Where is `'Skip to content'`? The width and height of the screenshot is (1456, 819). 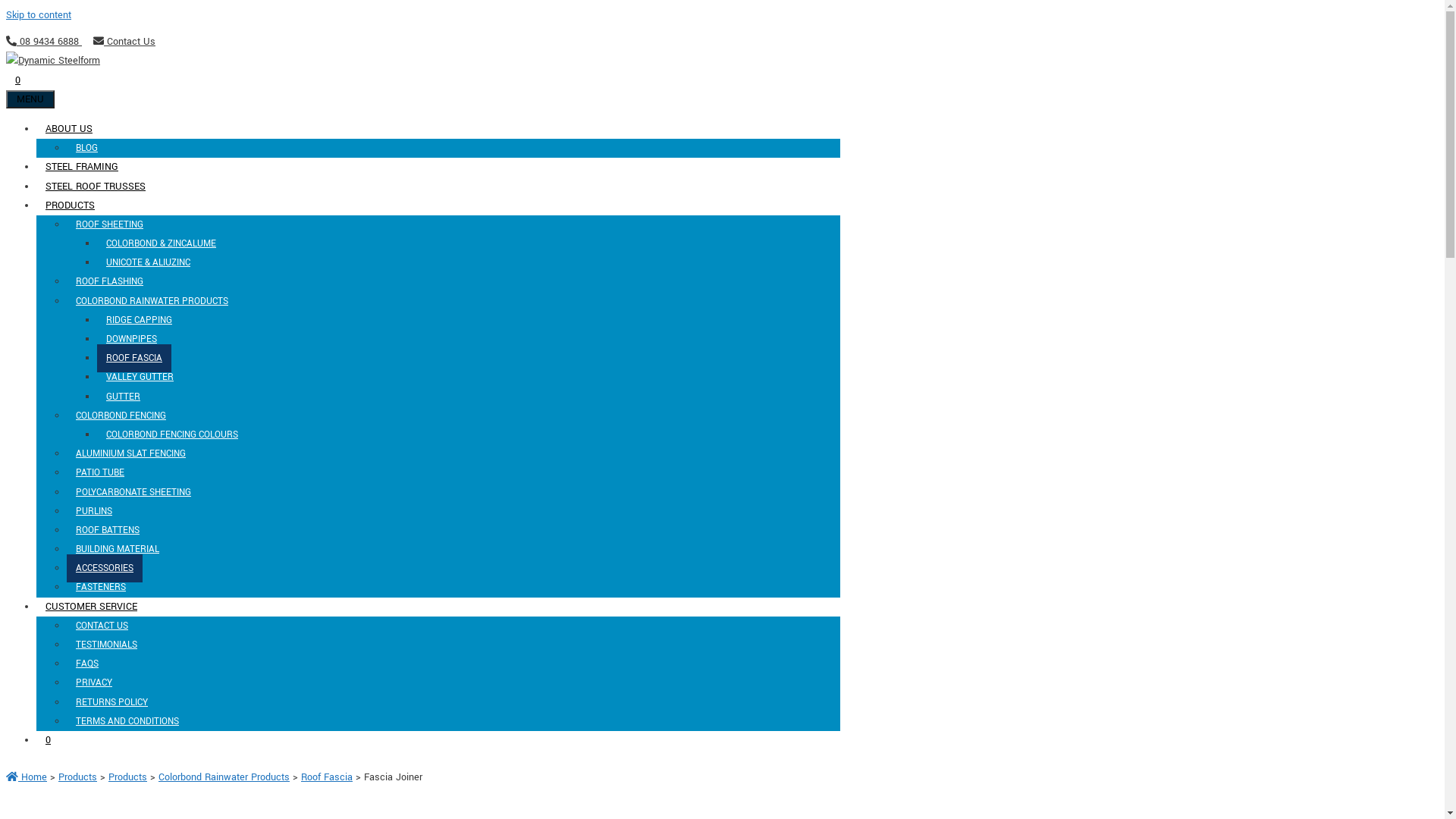
'Skip to content' is located at coordinates (39, 14).